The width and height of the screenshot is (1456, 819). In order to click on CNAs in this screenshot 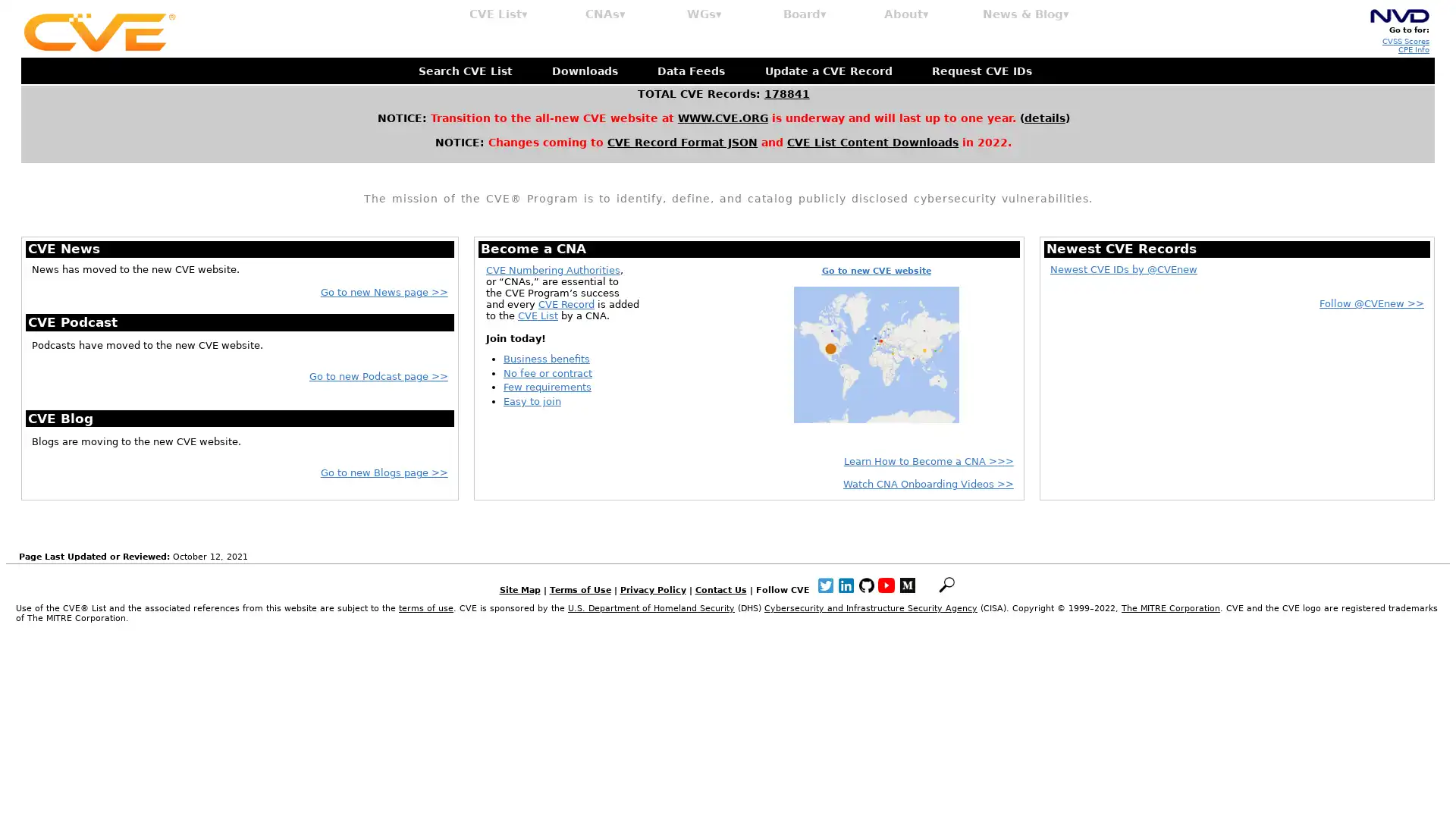, I will do `click(604, 14)`.